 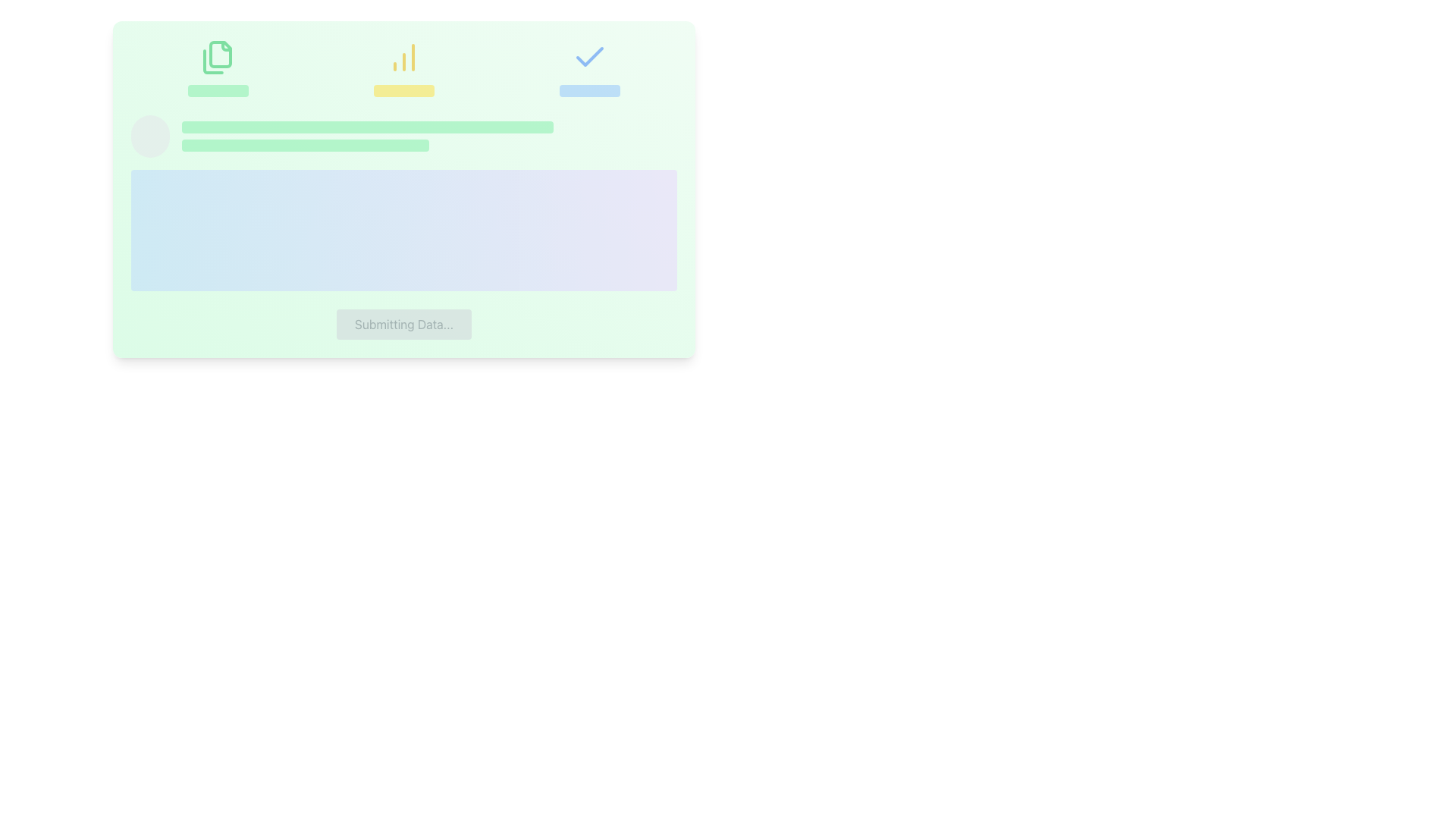 I want to click on the green icon representing two overlapping sheets in the left-most column of the grid layout to trigger the tooltip or animation, so click(x=217, y=67).